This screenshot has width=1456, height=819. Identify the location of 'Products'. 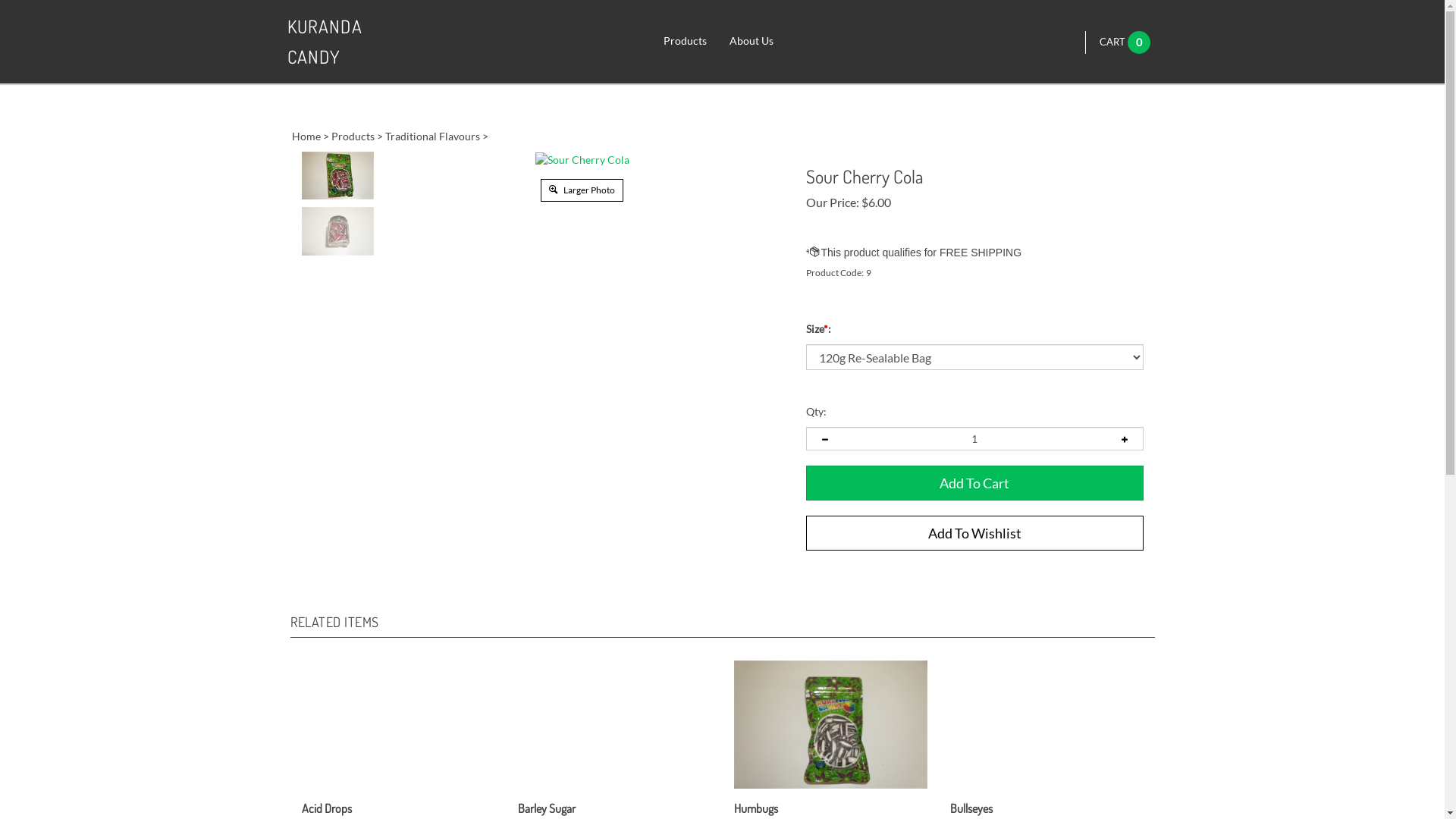
(684, 41).